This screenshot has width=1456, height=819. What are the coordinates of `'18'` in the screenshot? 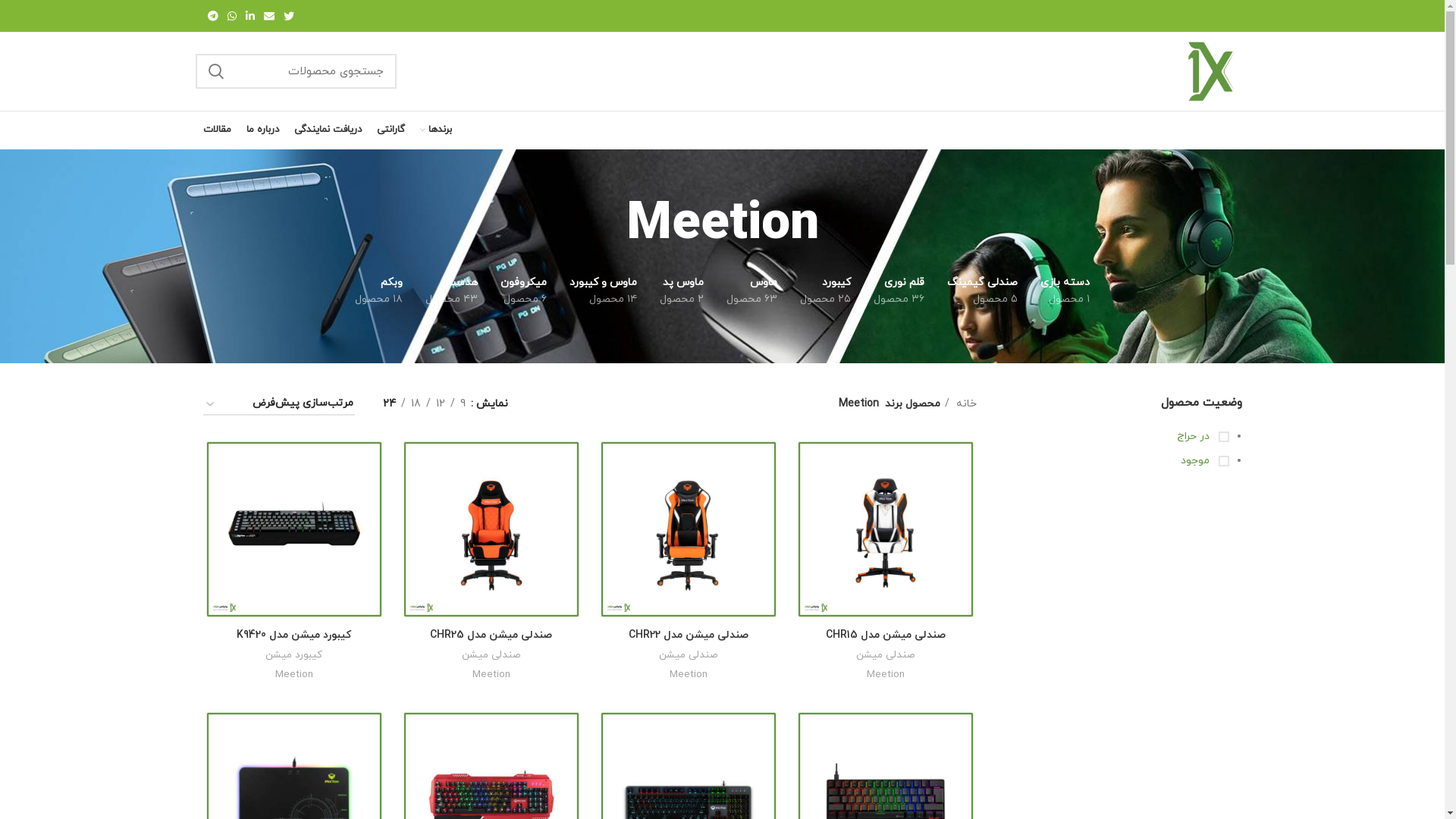 It's located at (415, 403).